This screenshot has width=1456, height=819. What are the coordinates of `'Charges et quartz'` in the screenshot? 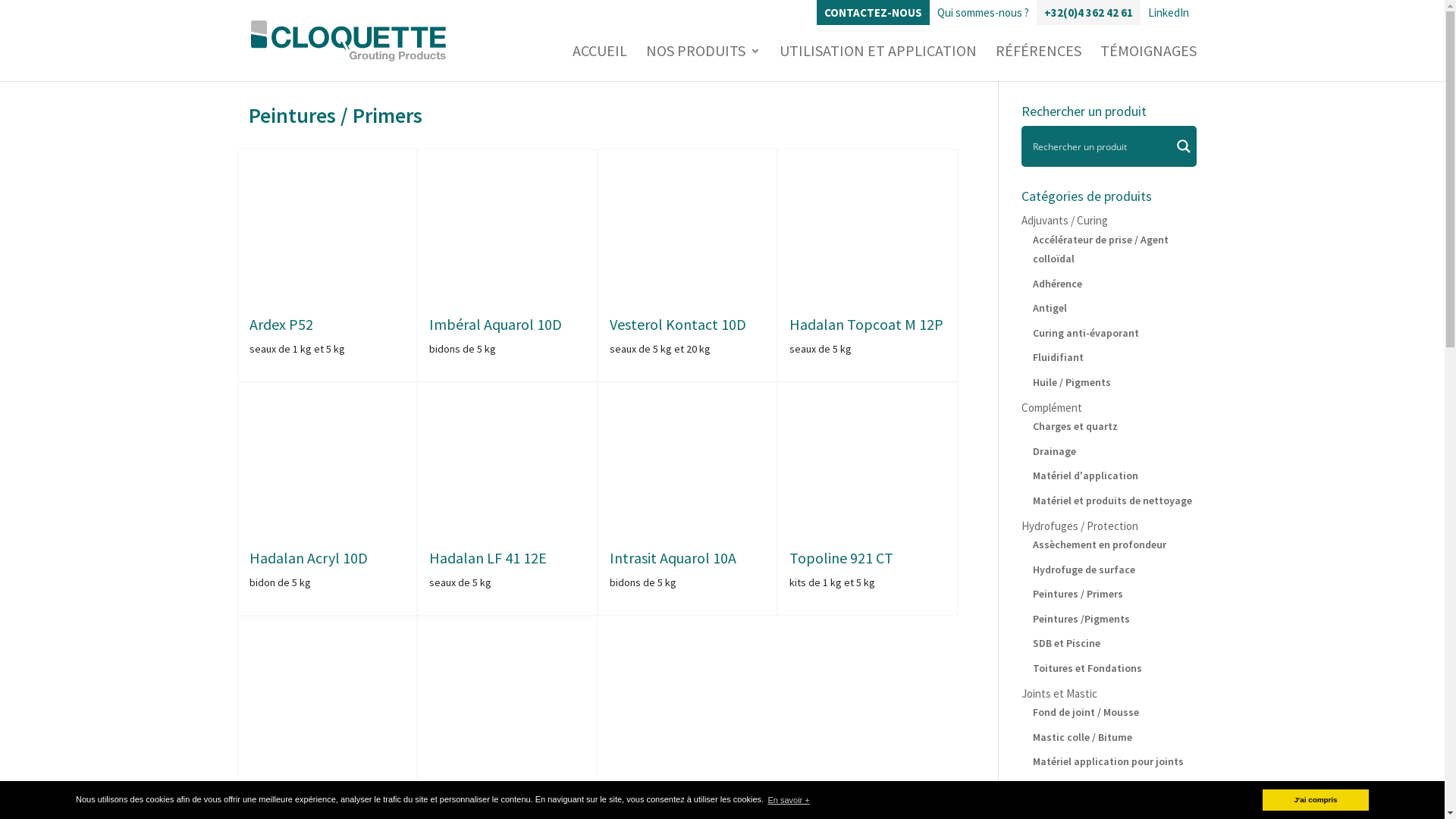 It's located at (1074, 426).